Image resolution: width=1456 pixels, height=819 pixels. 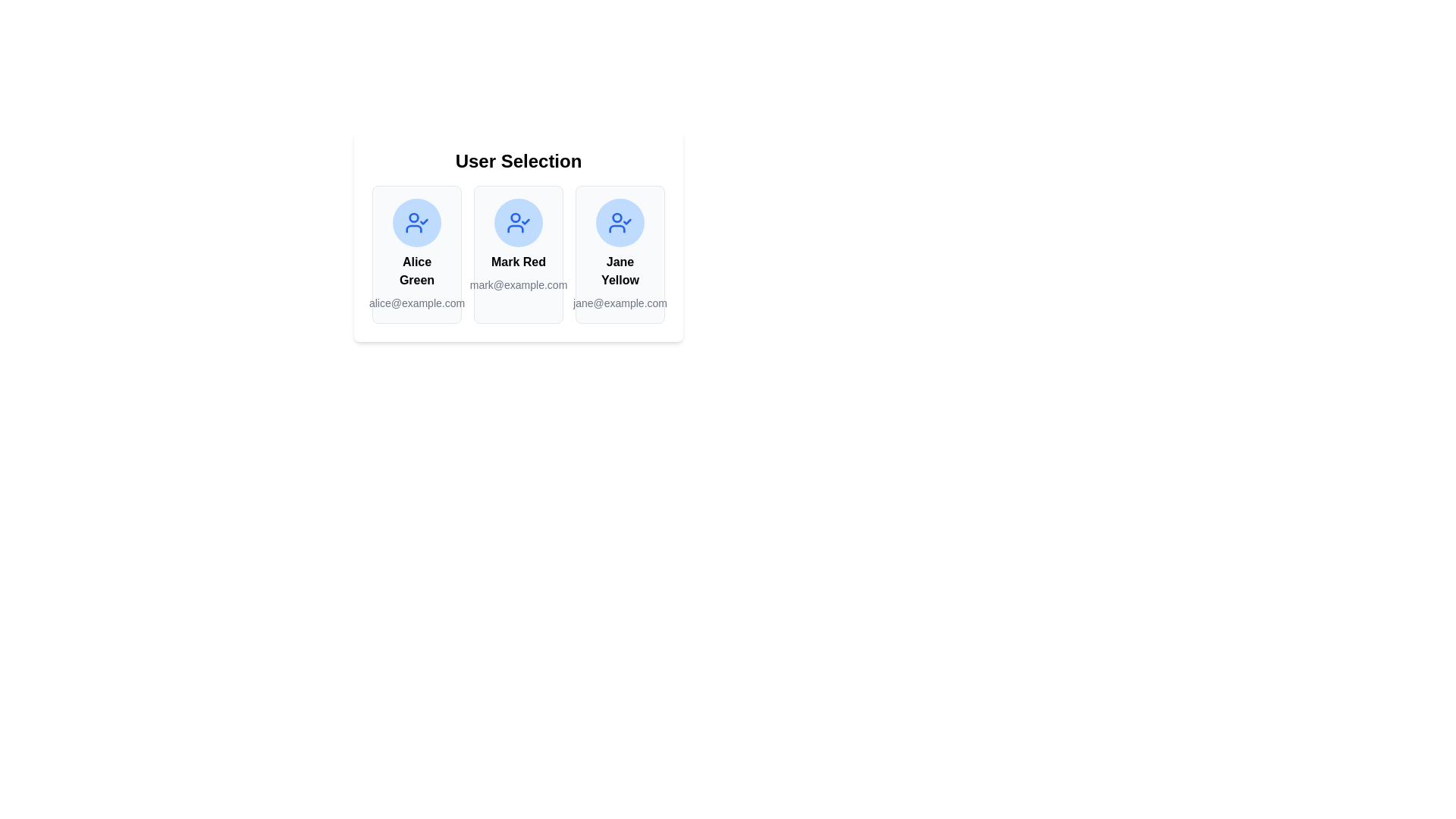 What do you see at coordinates (617, 217) in the screenshot?
I see `the decorative SVG Circle representing part of the user profile icon in the 'Jane Yellow' card by moving the cursor to its center` at bounding box center [617, 217].